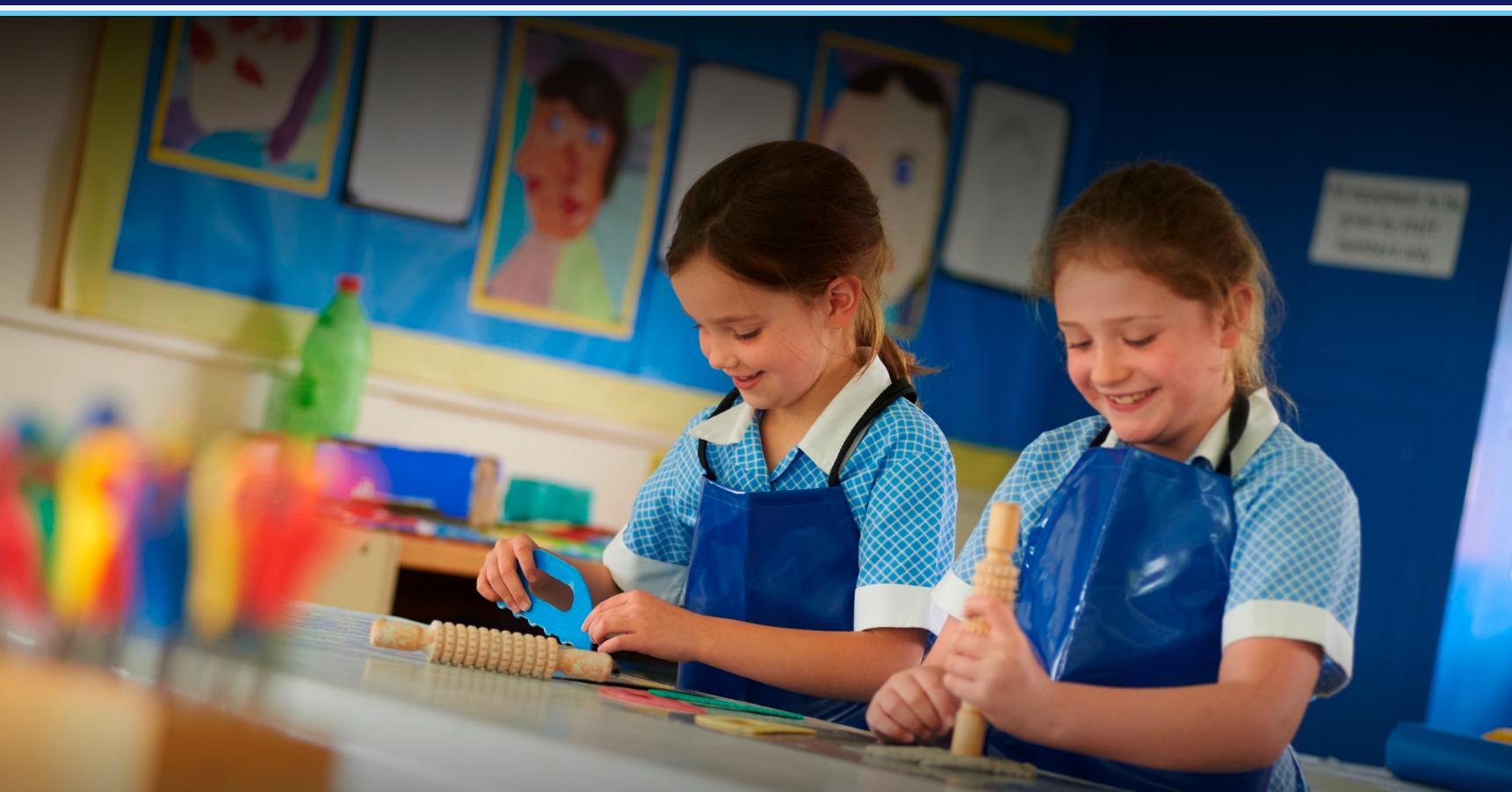 The height and width of the screenshot is (792, 1512). What do you see at coordinates (952, 228) in the screenshot?
I see `'Calendar'` at bounding box center [952, 228].